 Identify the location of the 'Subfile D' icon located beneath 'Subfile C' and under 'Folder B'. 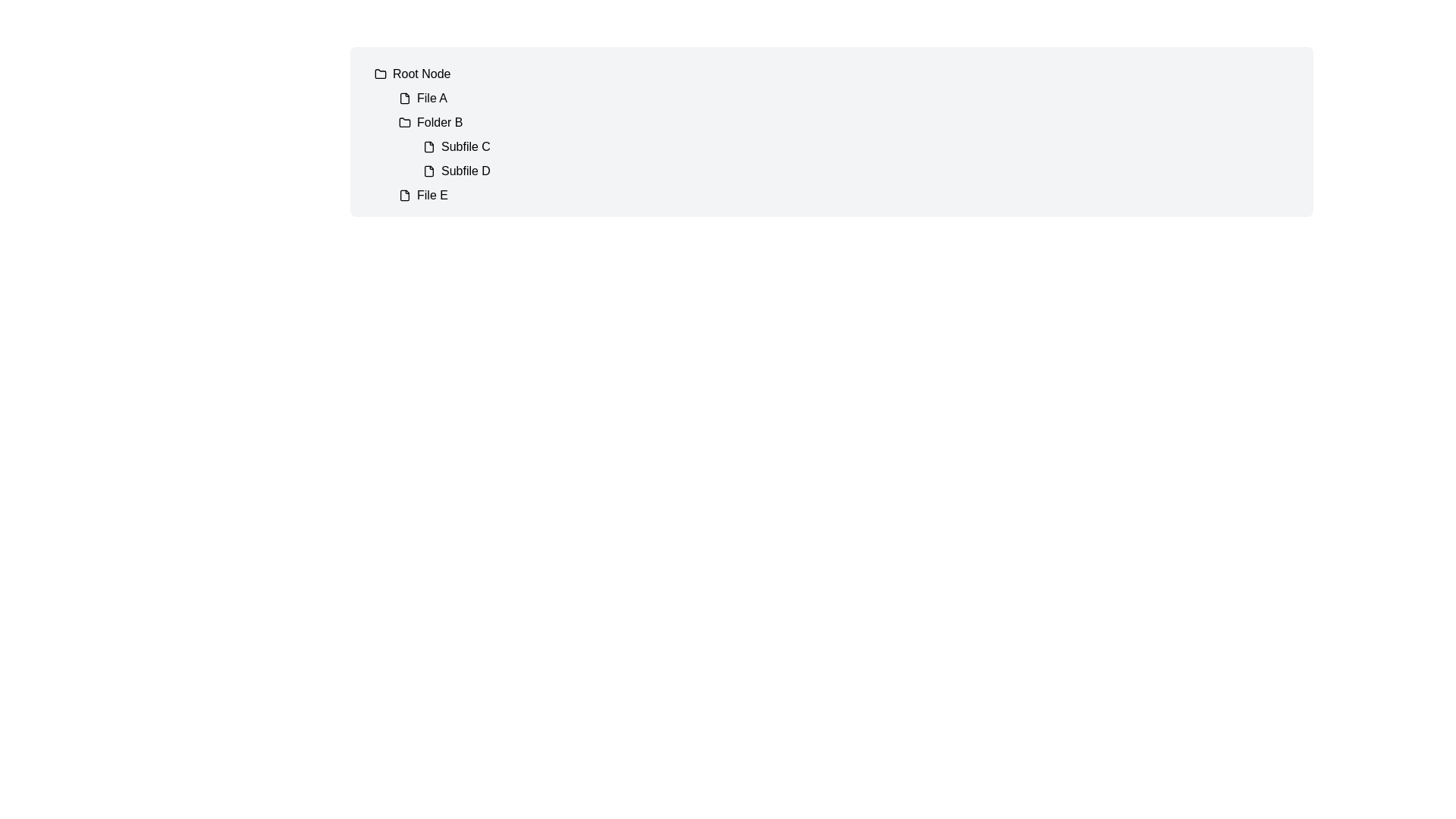
(428, 171).